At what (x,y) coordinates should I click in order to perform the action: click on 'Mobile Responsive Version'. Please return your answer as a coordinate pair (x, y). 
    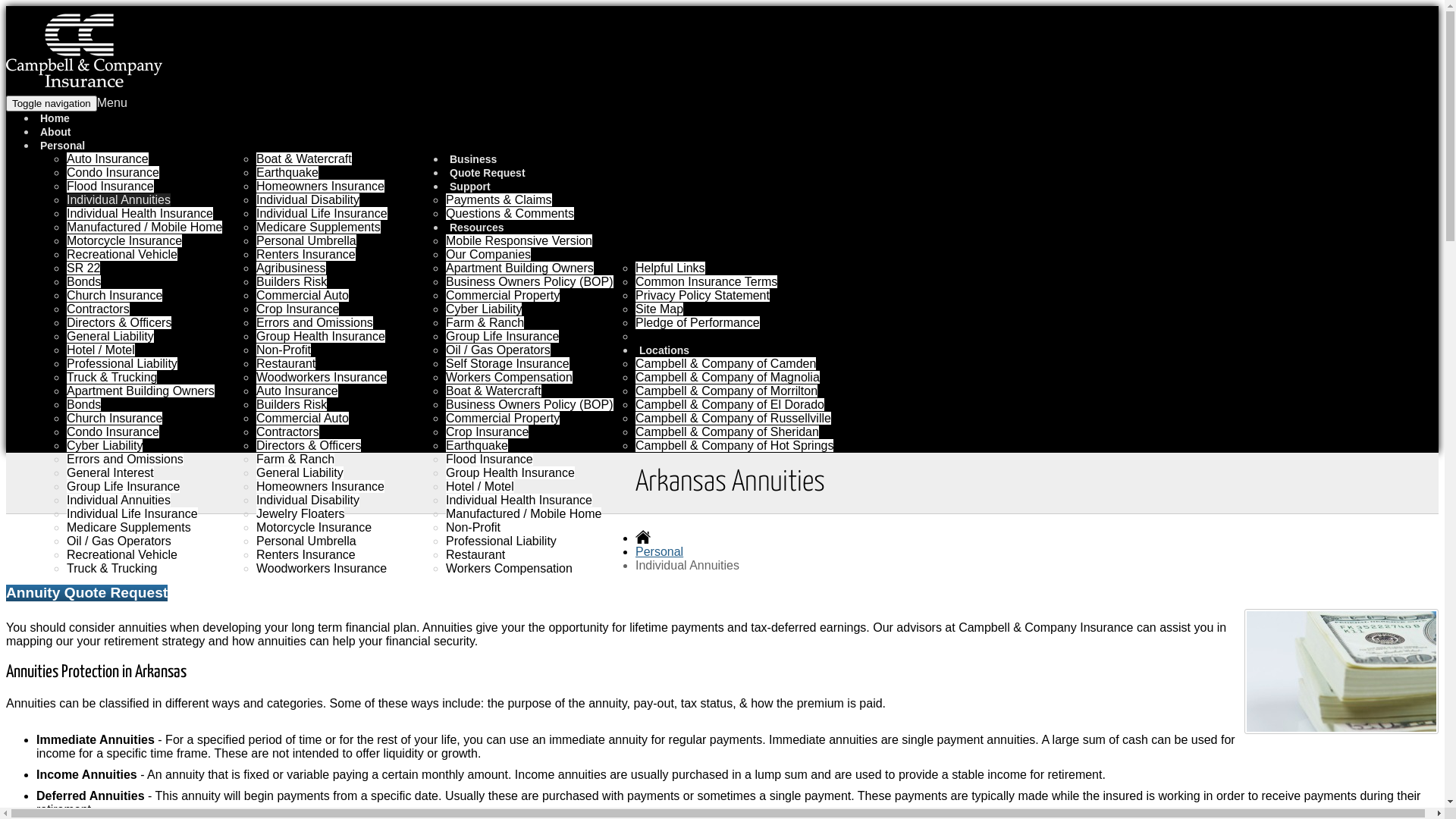
    Looking at the image, I should click on (519, 240).